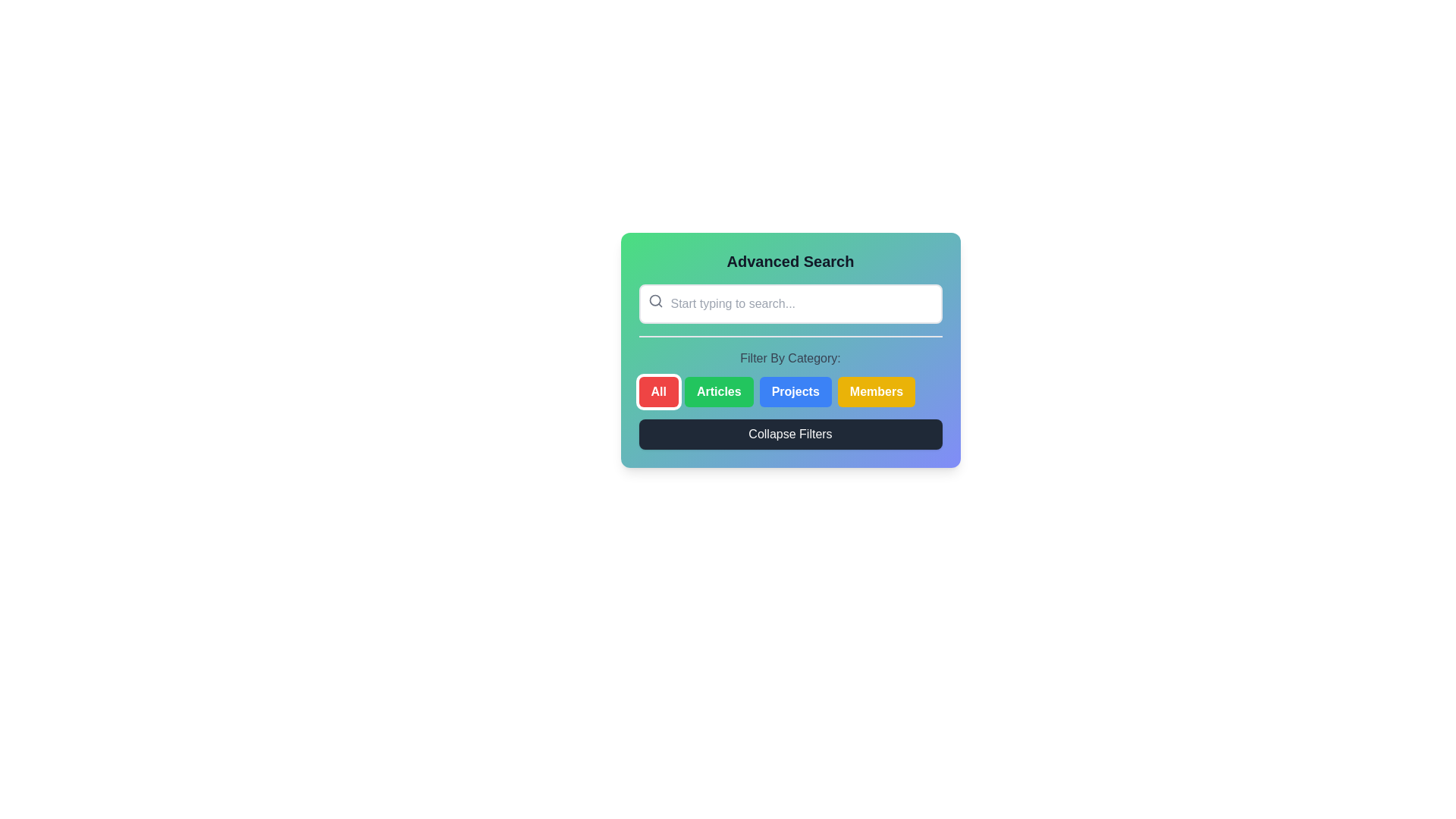  I want to click on the 'Projects' button, which is a rectangular button with rounded corners, blue background, and white bold text, positioned under the 'Filter By Category:' label, so click(795, 391).